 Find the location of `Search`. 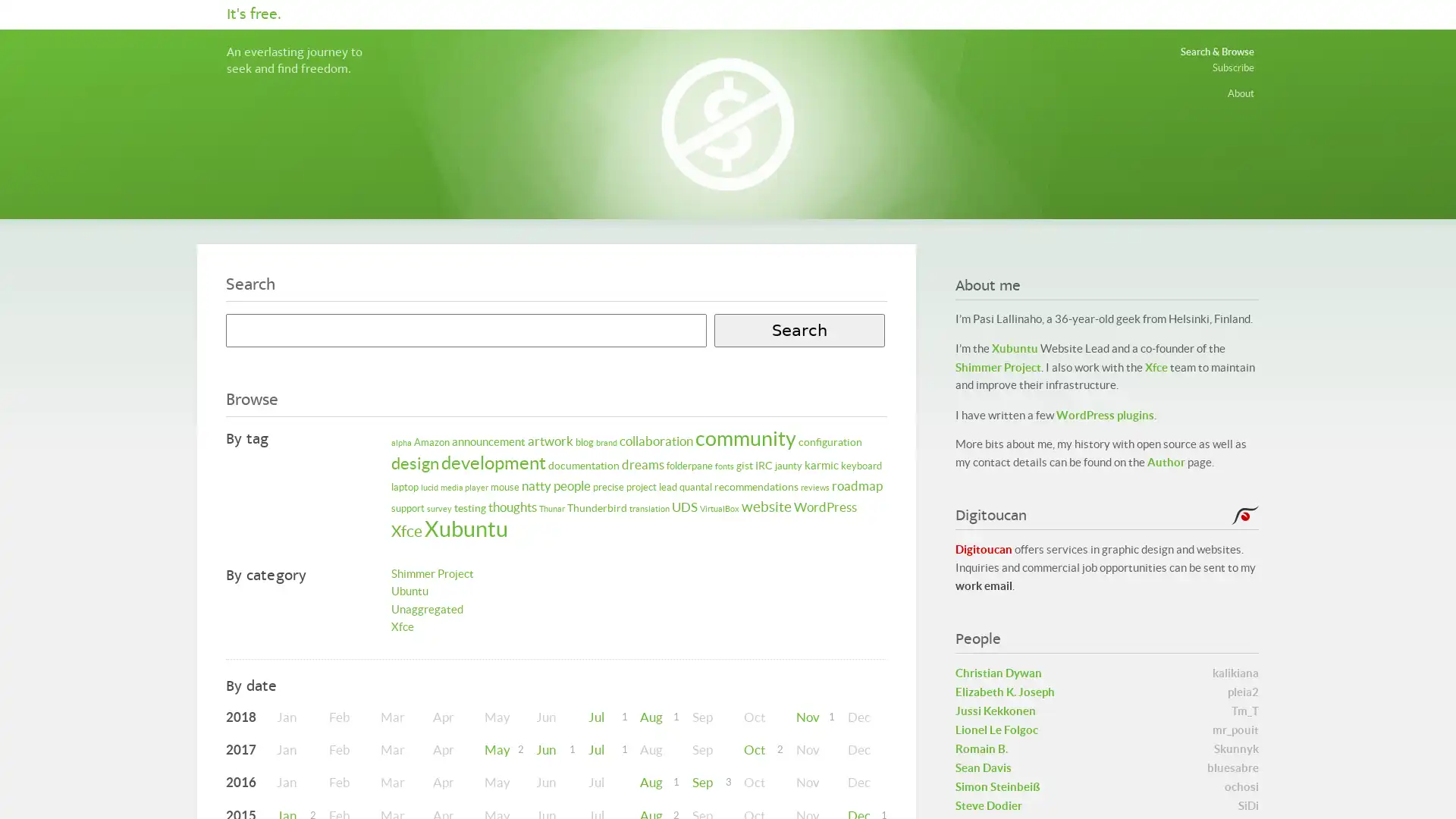

Search is located at coordinates (799, 329).